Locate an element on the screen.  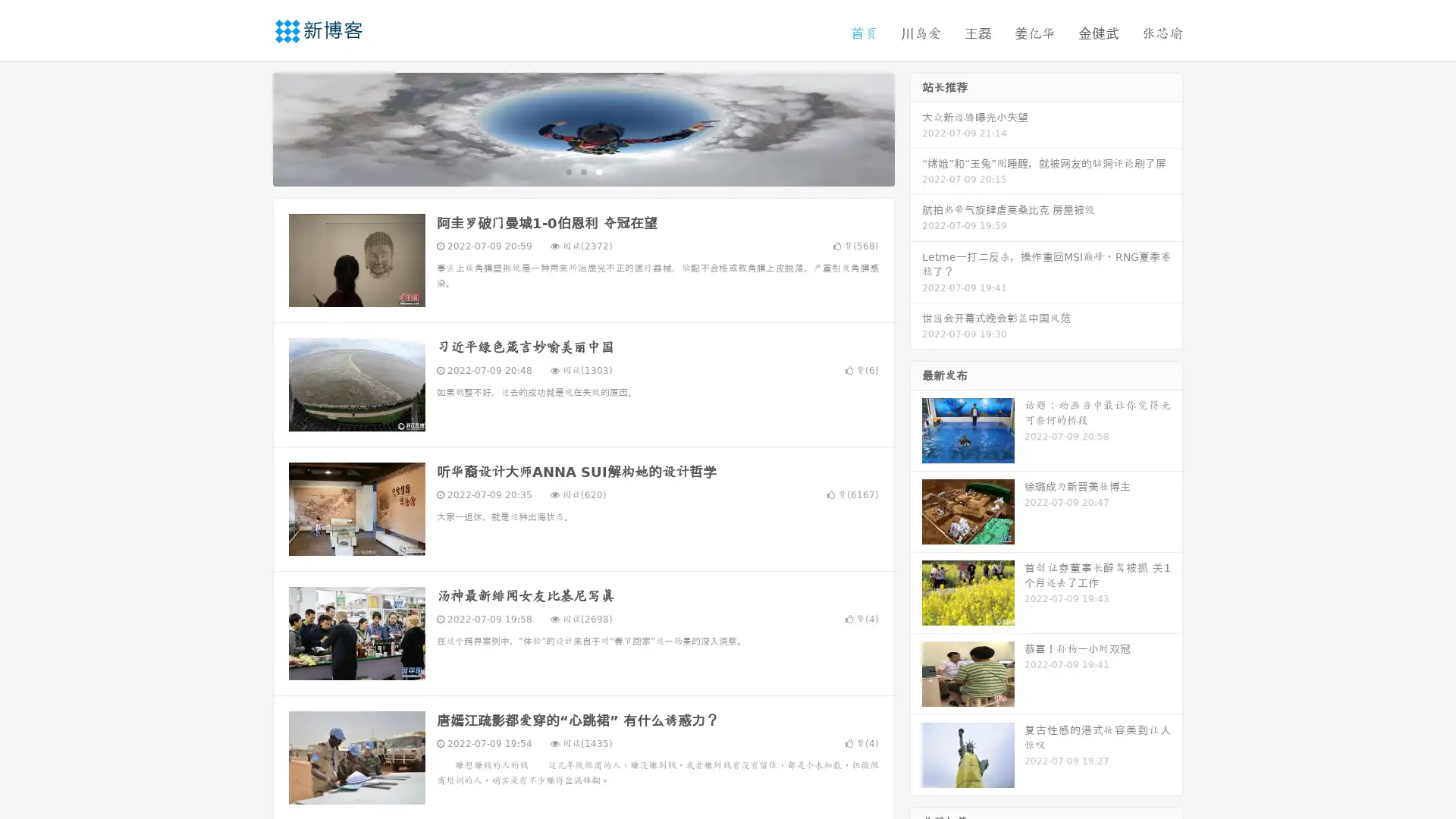
Go to slide 1 is located at coordinates (567, 171).